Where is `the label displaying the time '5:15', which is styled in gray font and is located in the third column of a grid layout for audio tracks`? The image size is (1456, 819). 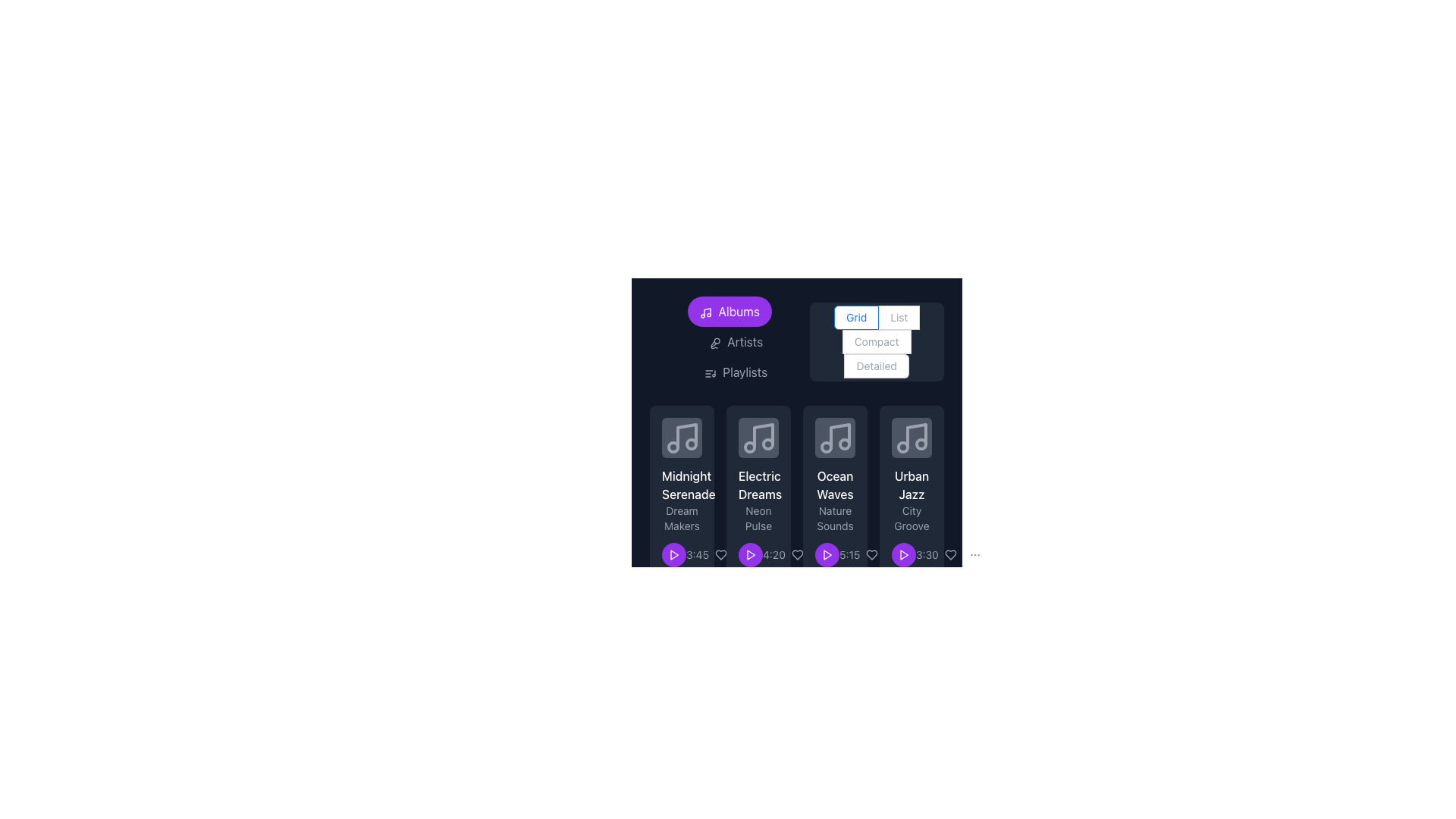 the label displaying the time '5:15', which is styled in gray font and is located in the third column of a grid layout for audio tracks is located at coordinates (849, 555).